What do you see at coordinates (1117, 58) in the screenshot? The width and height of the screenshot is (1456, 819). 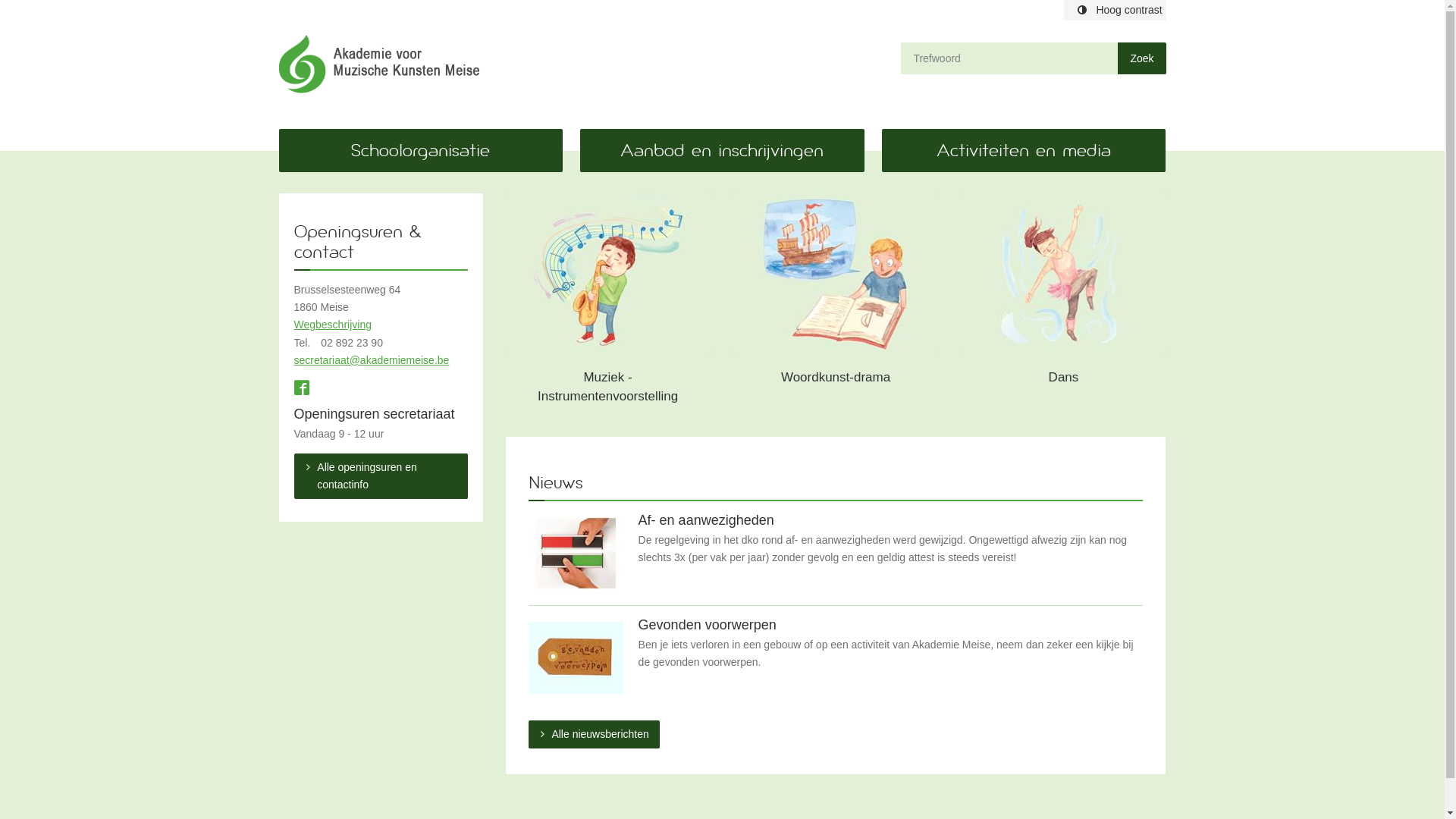 I see `'Zoeken'` at bounding box center [1117, 58].